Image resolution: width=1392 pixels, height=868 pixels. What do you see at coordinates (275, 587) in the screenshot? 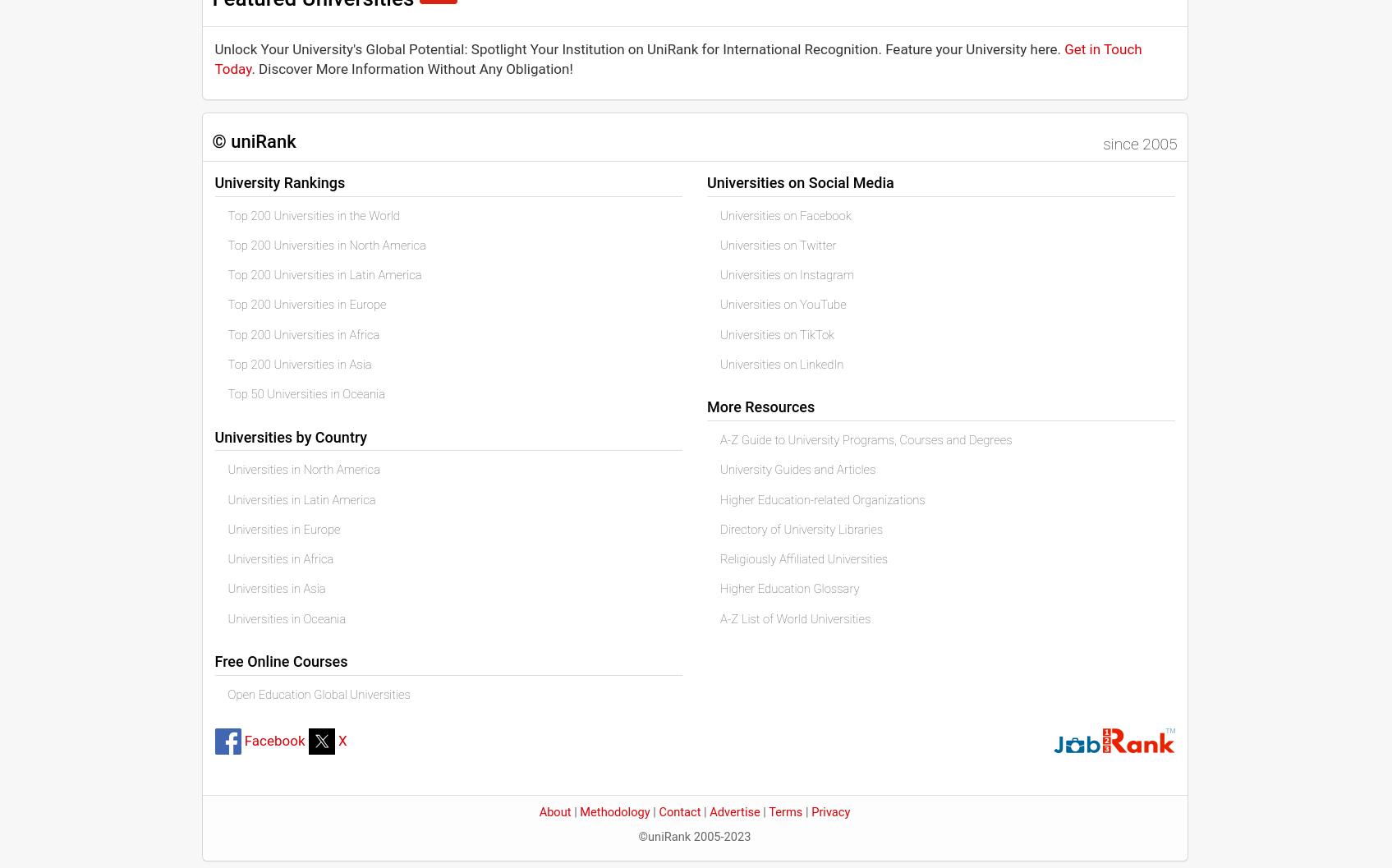
I see `'Universities in Asia'` at bounding box center [275, 587].